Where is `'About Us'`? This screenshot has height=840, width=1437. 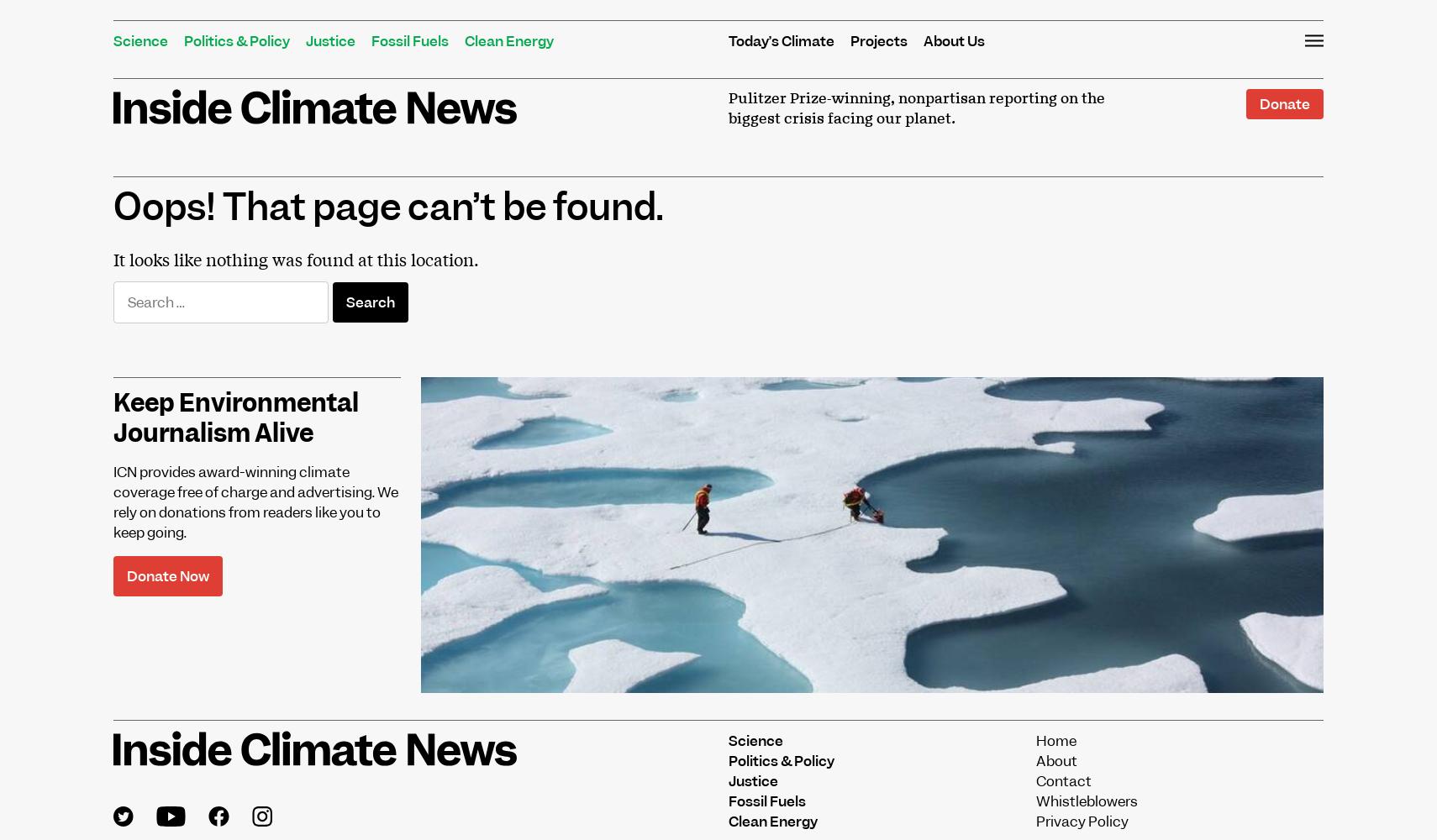
'About Us' is located at coordinates (953, 41).